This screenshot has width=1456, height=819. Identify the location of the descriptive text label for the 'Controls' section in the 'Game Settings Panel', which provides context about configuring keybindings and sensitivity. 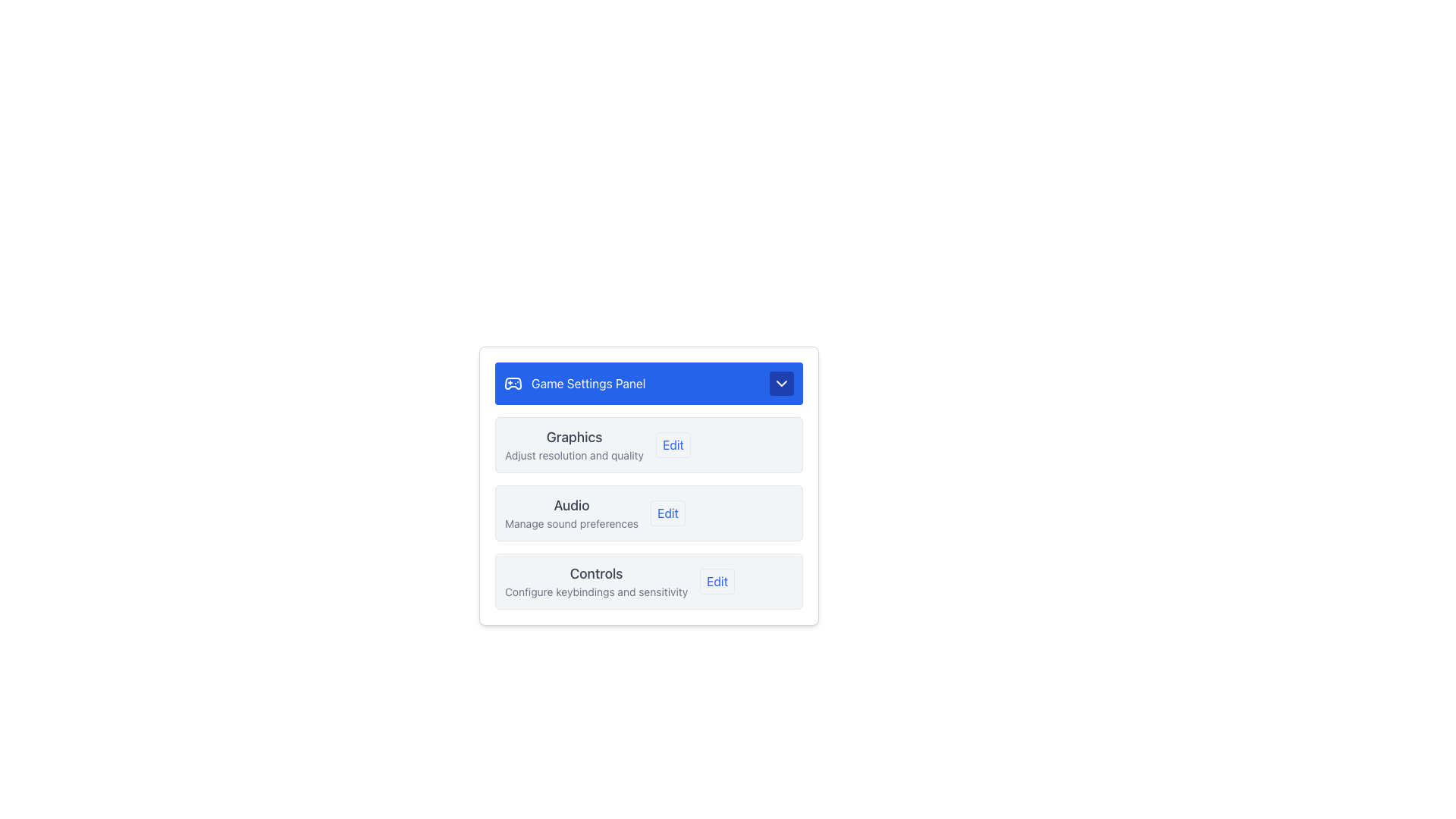
(595, 591).